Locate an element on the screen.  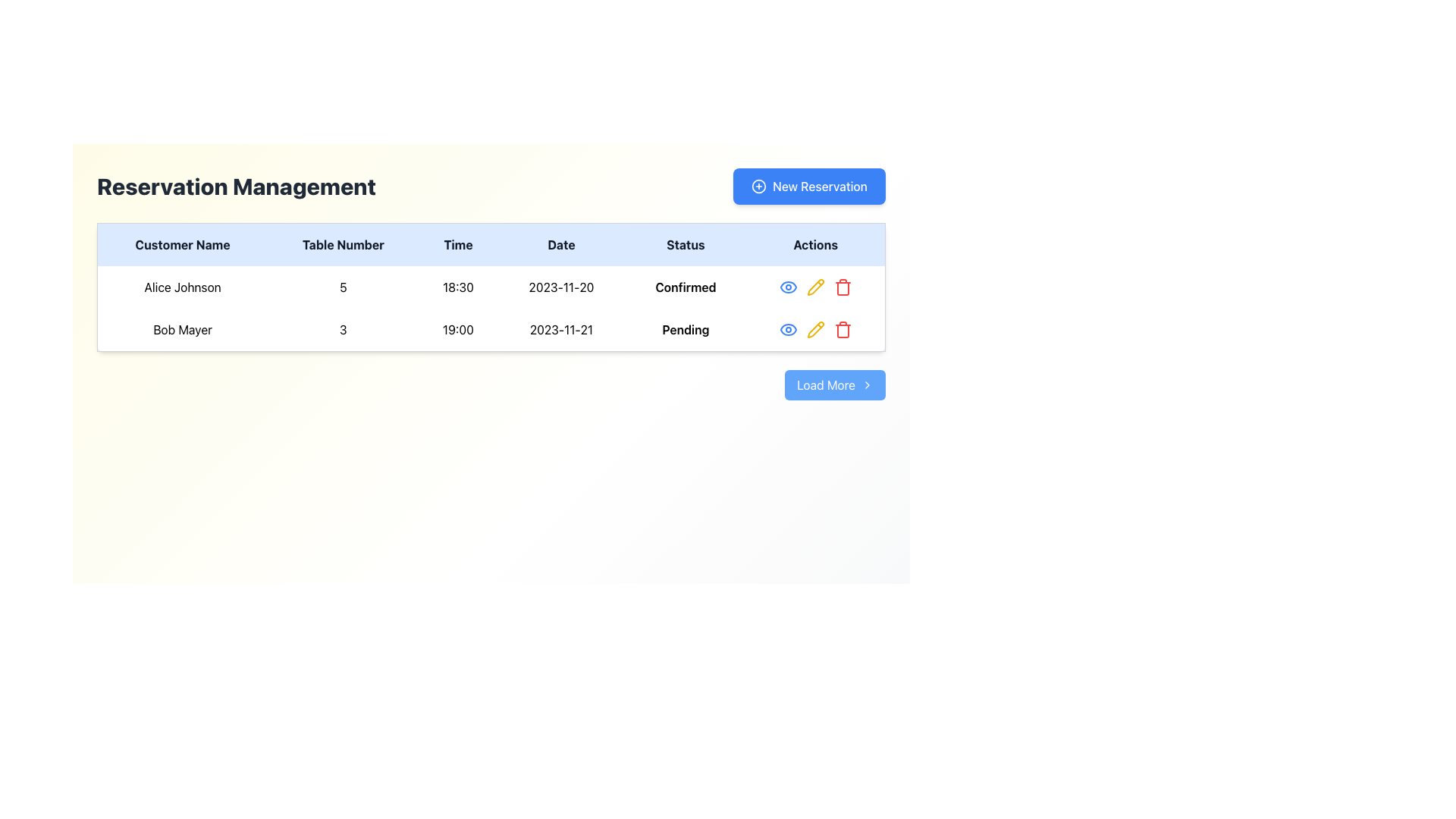
the pencil icon in the 'Actions' column of the second table row to display accessibility information is located at coordinates (814, 287).